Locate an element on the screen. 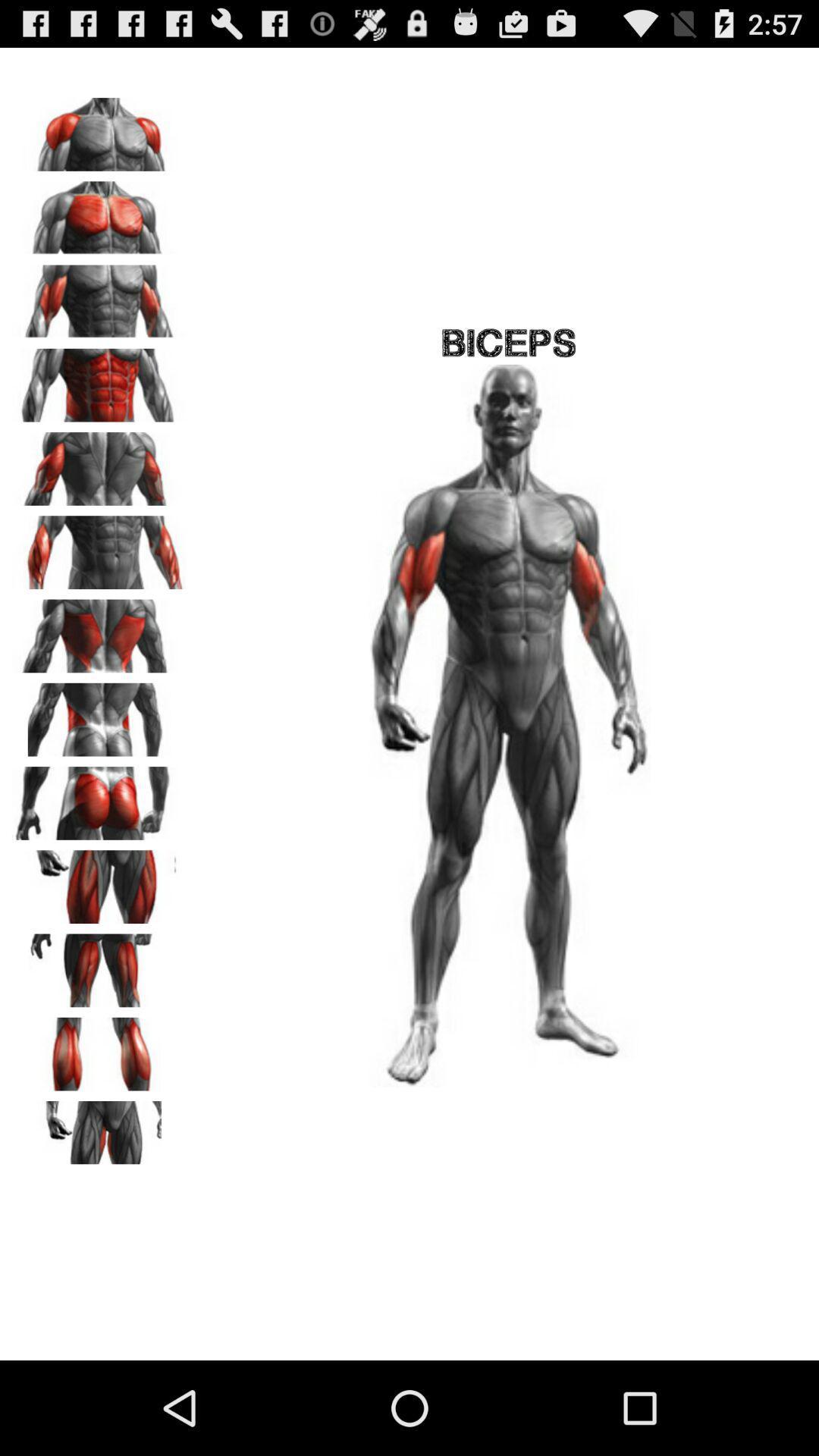 This screenshot has height=1456, width=819. the font icon is located at coordinates (99, 1032).